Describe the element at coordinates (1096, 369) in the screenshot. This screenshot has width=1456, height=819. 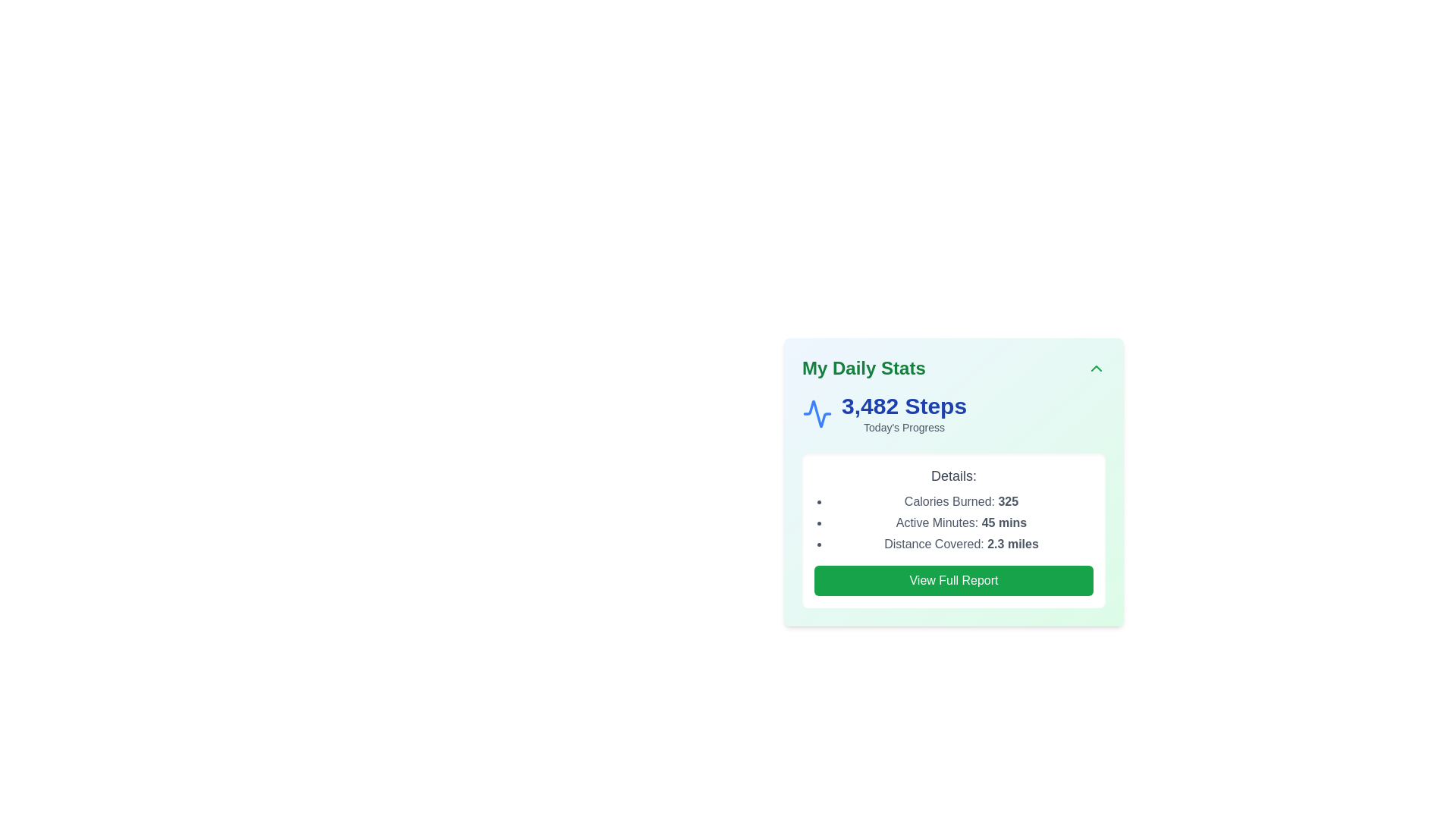
I see `the chevron button located at the top right corner of the 'My Daily Stats' section` at that location.